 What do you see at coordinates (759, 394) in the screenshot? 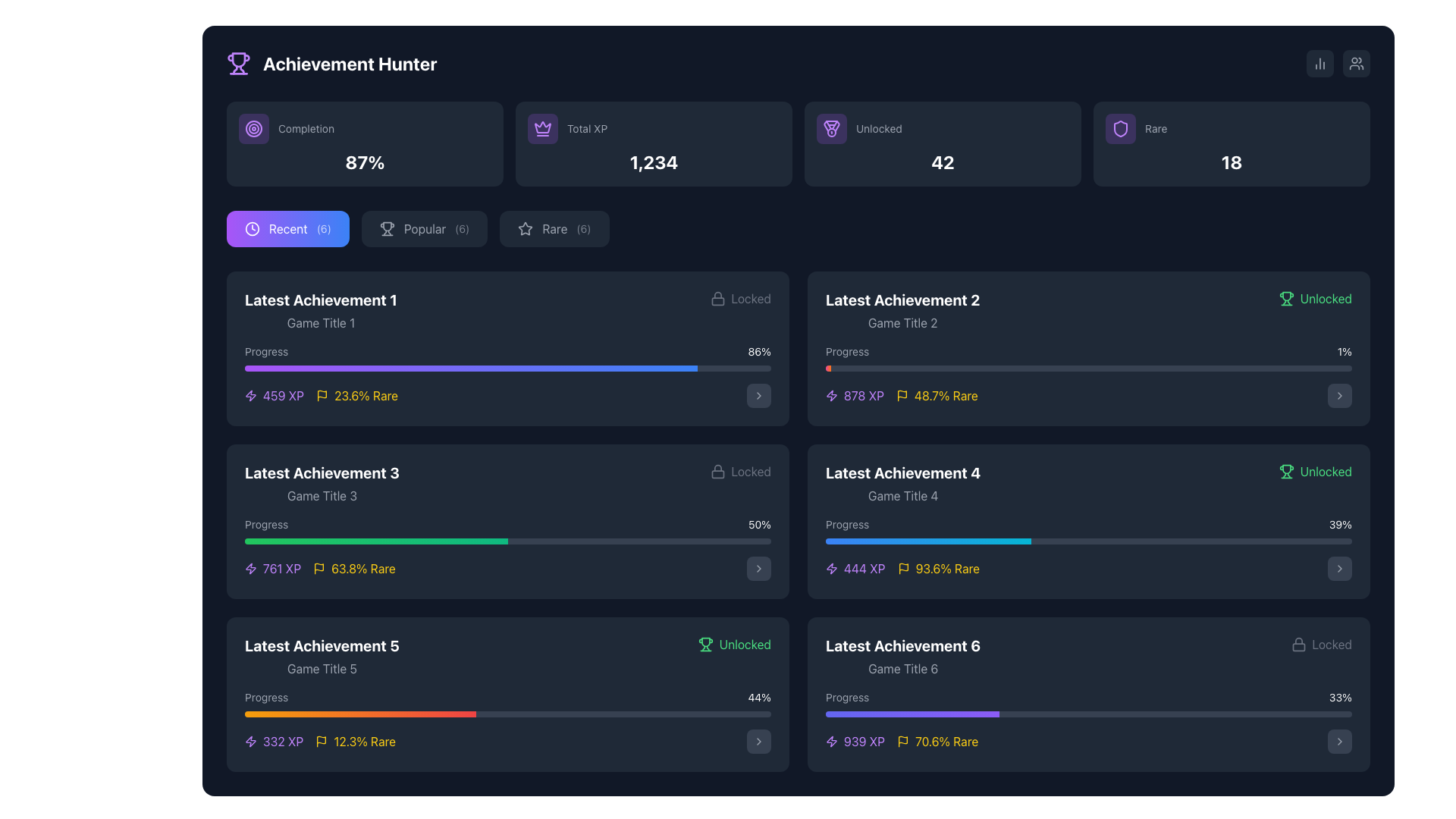
I see `the interactive button located at the far-right of the 'Latest Achievement 1' card to change its background color` at bounding box center [759, 394].